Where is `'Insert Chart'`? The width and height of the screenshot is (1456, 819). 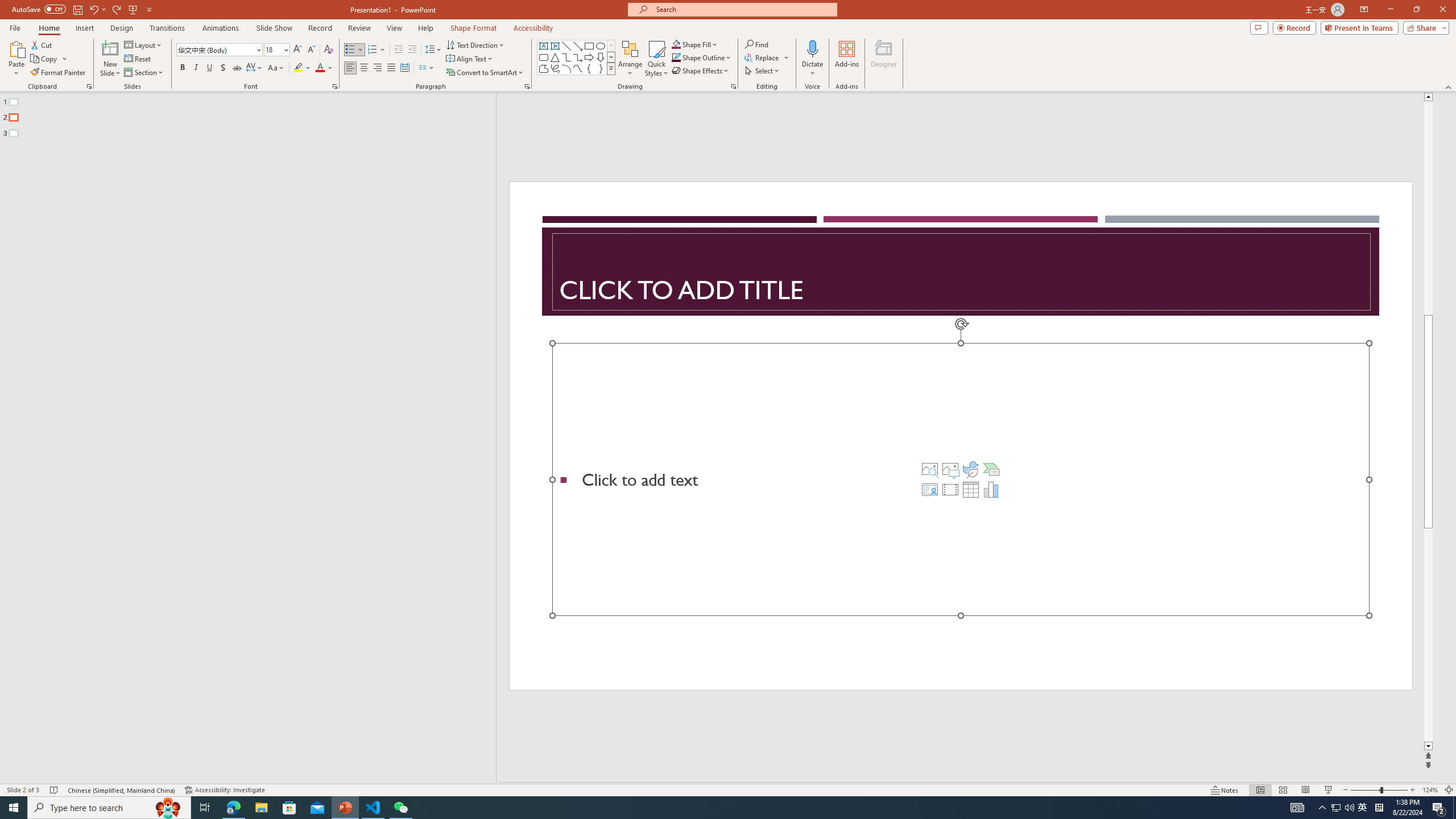 'Insert Chart' is located at coordinates (991, 490).